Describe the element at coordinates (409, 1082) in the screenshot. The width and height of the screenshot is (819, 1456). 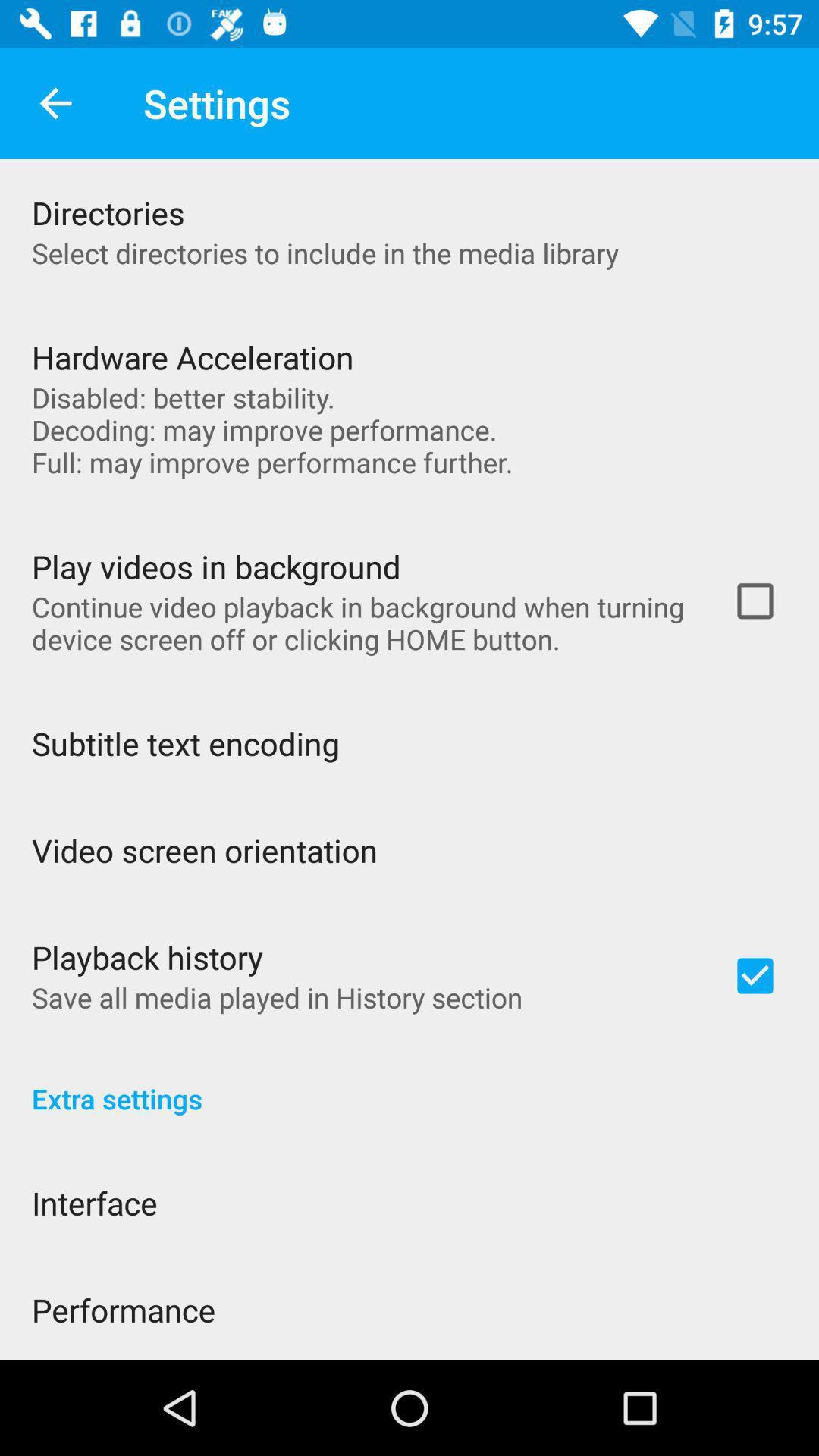
I see `extra settings icon` at that location.